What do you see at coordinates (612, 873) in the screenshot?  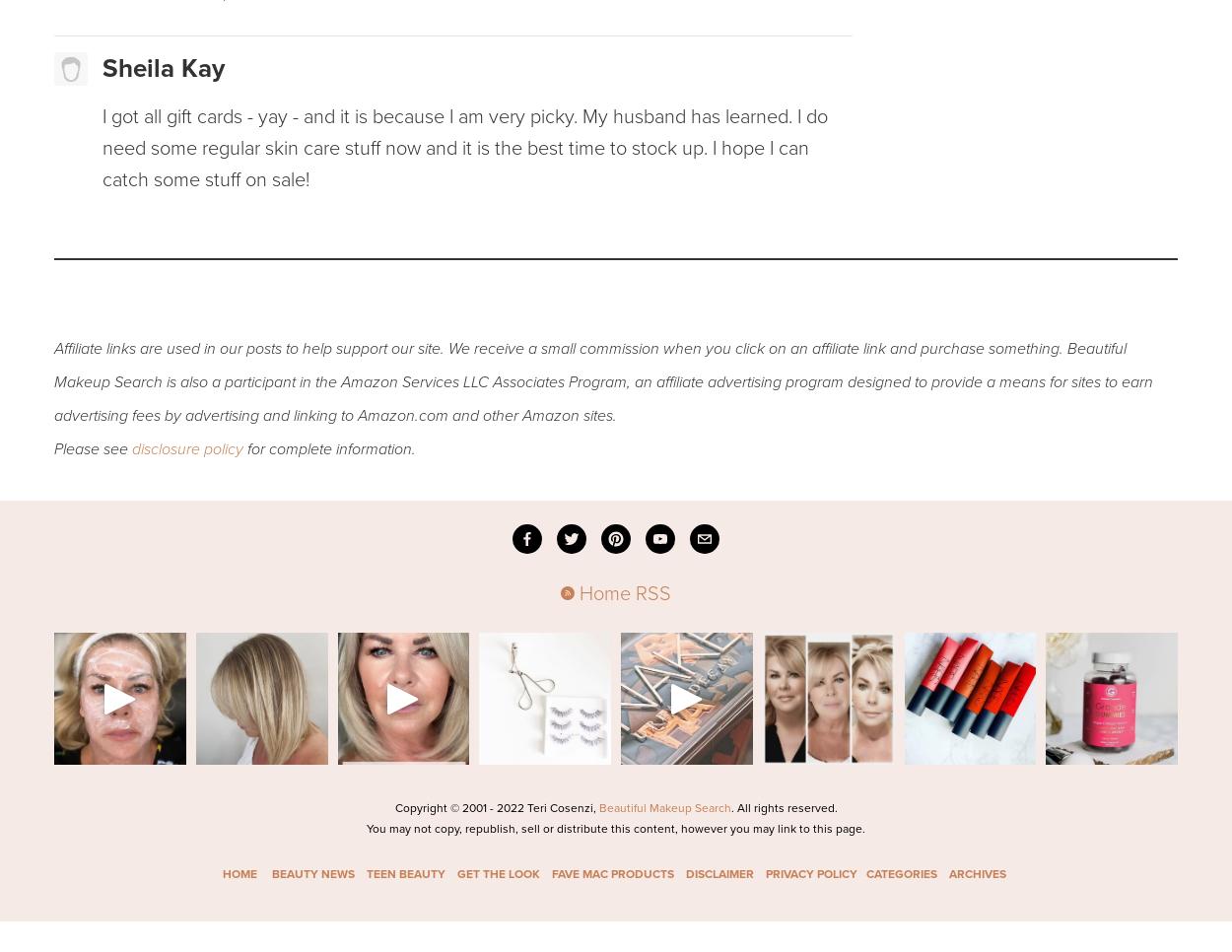 I see `'FAVE MAC PRODUCTS'` at bounding box center [612, 873].